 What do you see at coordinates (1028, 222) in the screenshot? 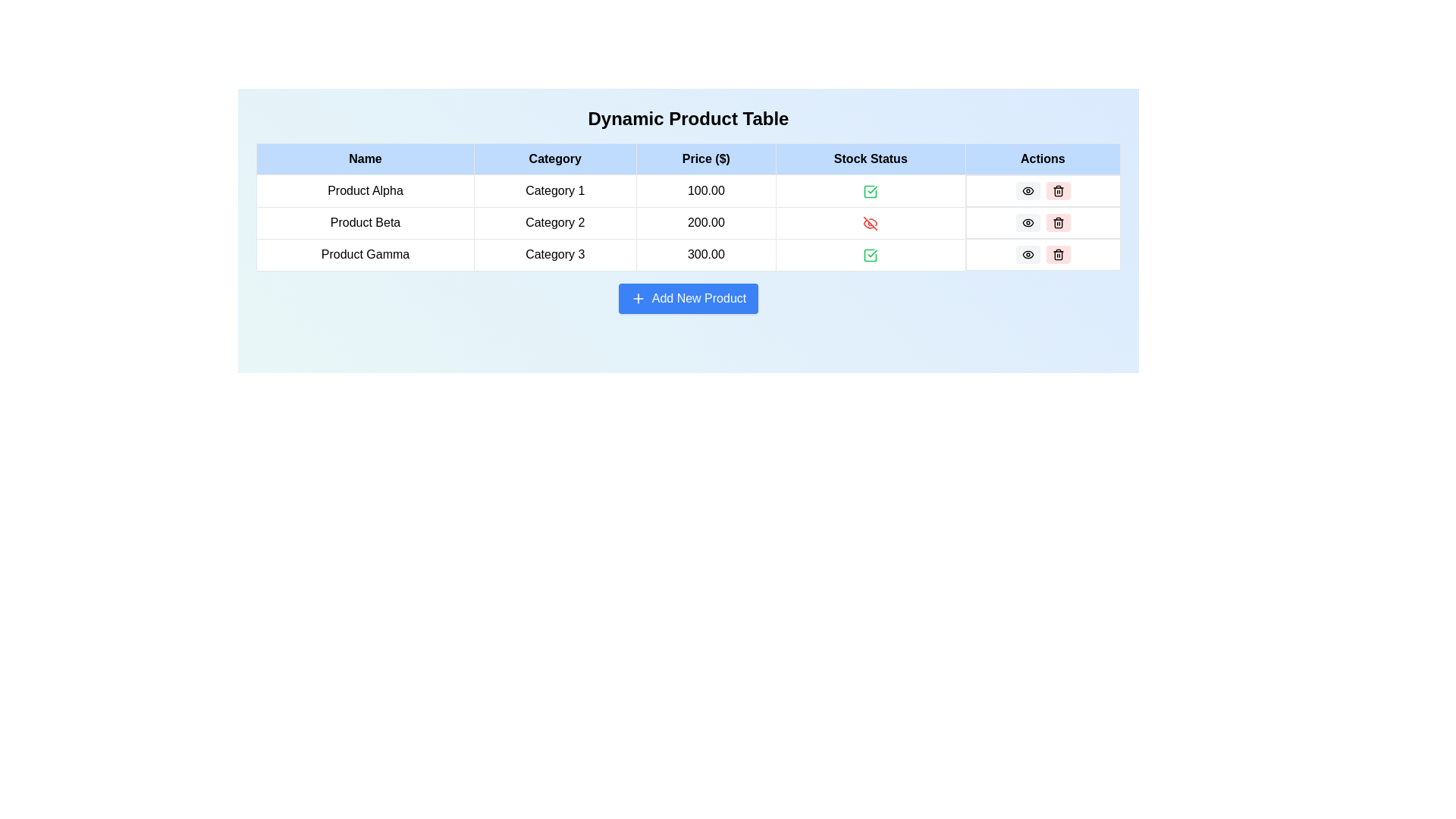
I see `the eye icon in the first row of the 'Actions' column, which indicates visibility functionality` at bounding box center [1028, 222].